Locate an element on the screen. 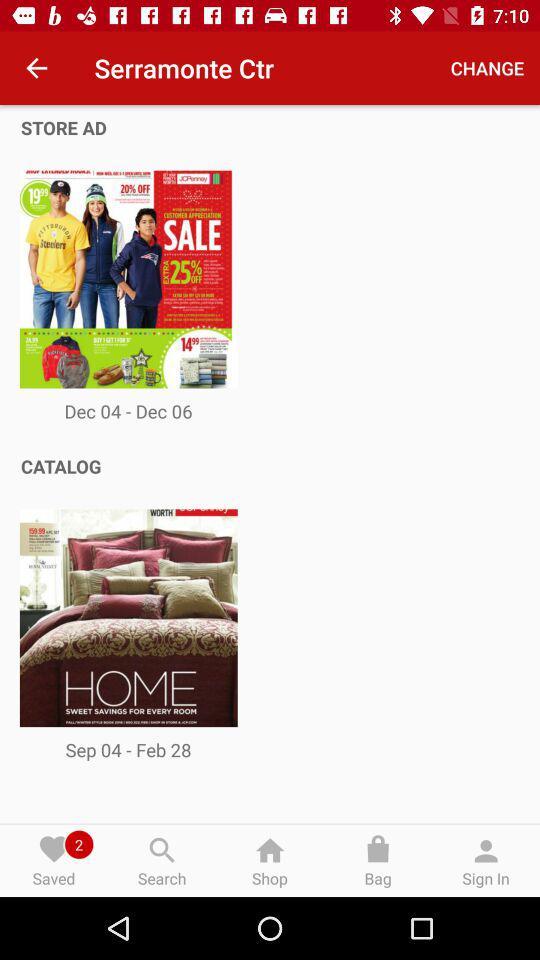 This screenshot has height=960, width=540. icon next to serramonte ctr item is located at coordinates (486, 68).